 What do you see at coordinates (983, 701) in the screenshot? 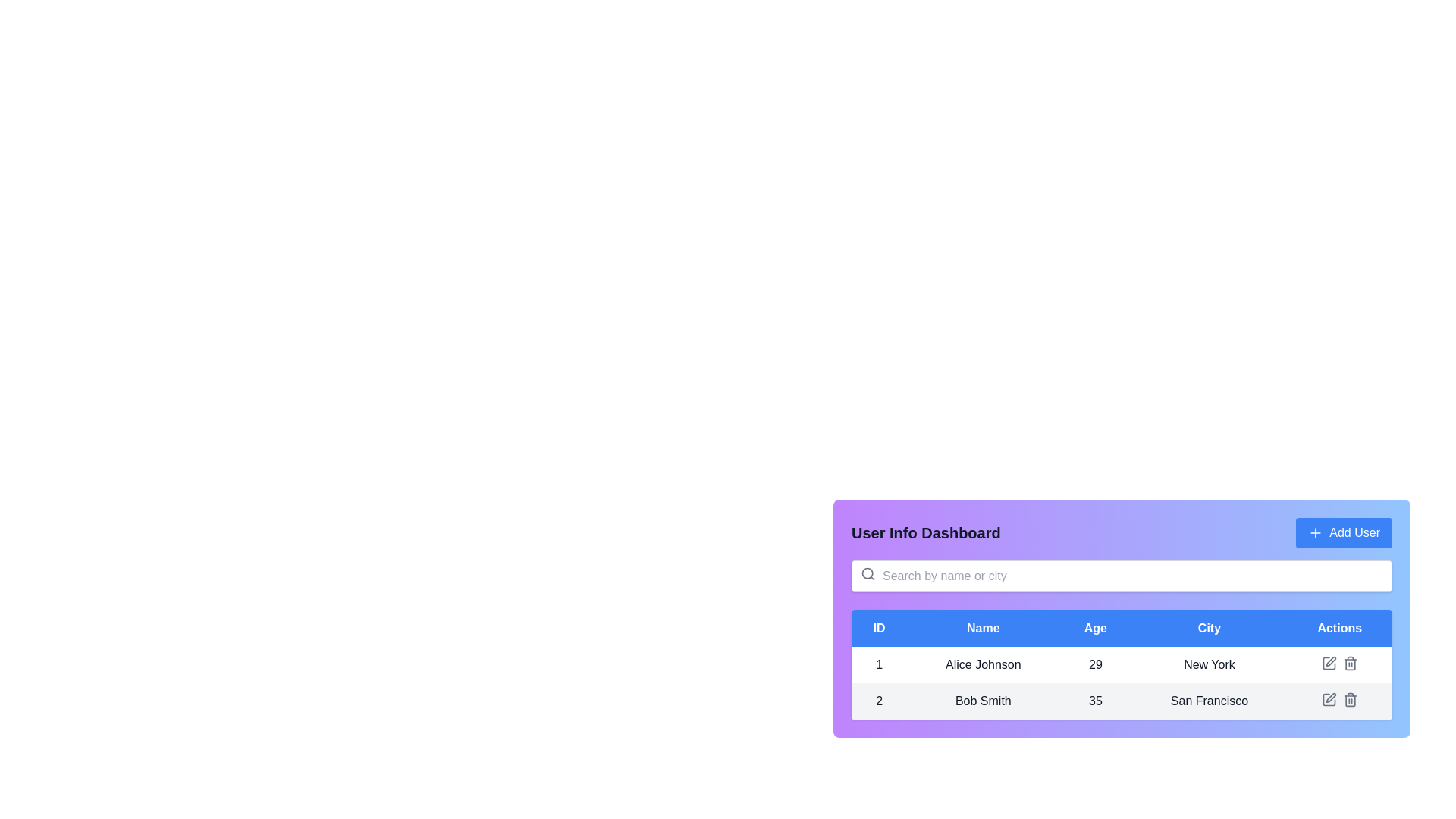
I see `text content of the element displaying 'Bob Smith', which is the second cell in the second row of the data table under the 'Name' column` at bounding box center [983, 701].